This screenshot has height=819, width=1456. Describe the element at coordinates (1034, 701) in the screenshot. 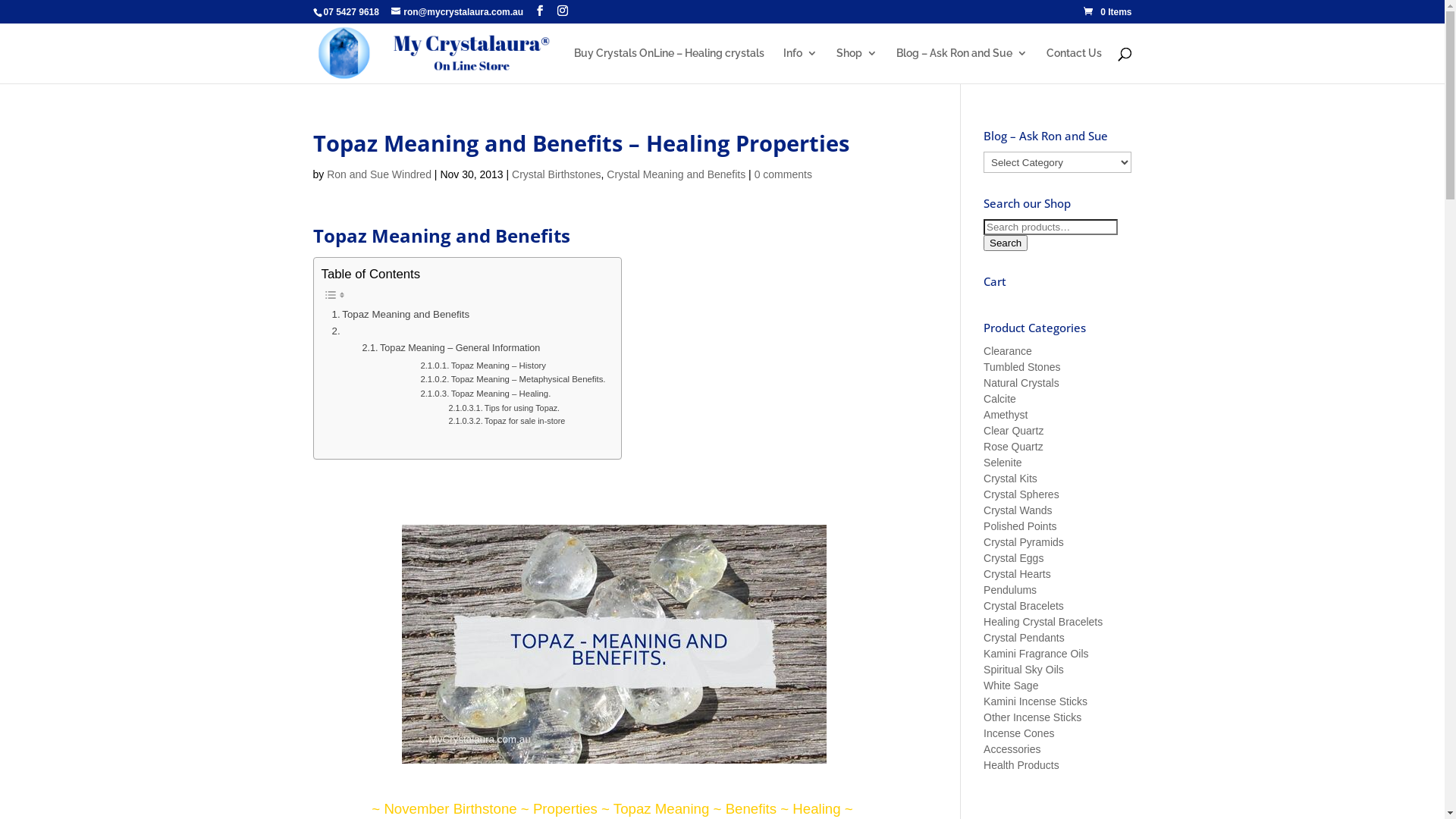

I see `'Kamini Incense Sticks'` at that location.